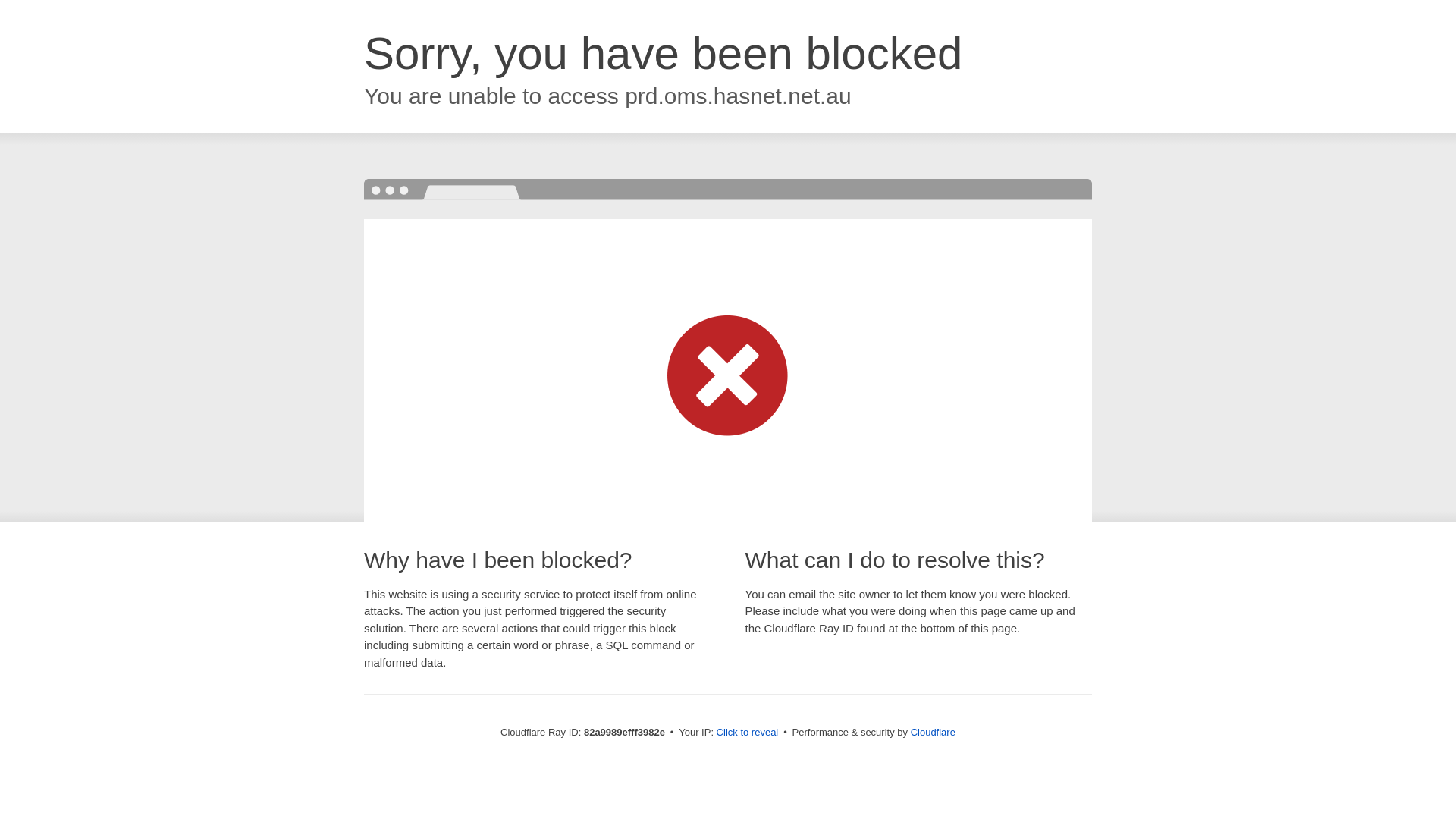 Image resolution: width=1456 pixels, height=819 pixels. What do you see at coordinates (910, 731) in the screenshot?
I see `'Cloudflare'` at bounding box center [910, 731].